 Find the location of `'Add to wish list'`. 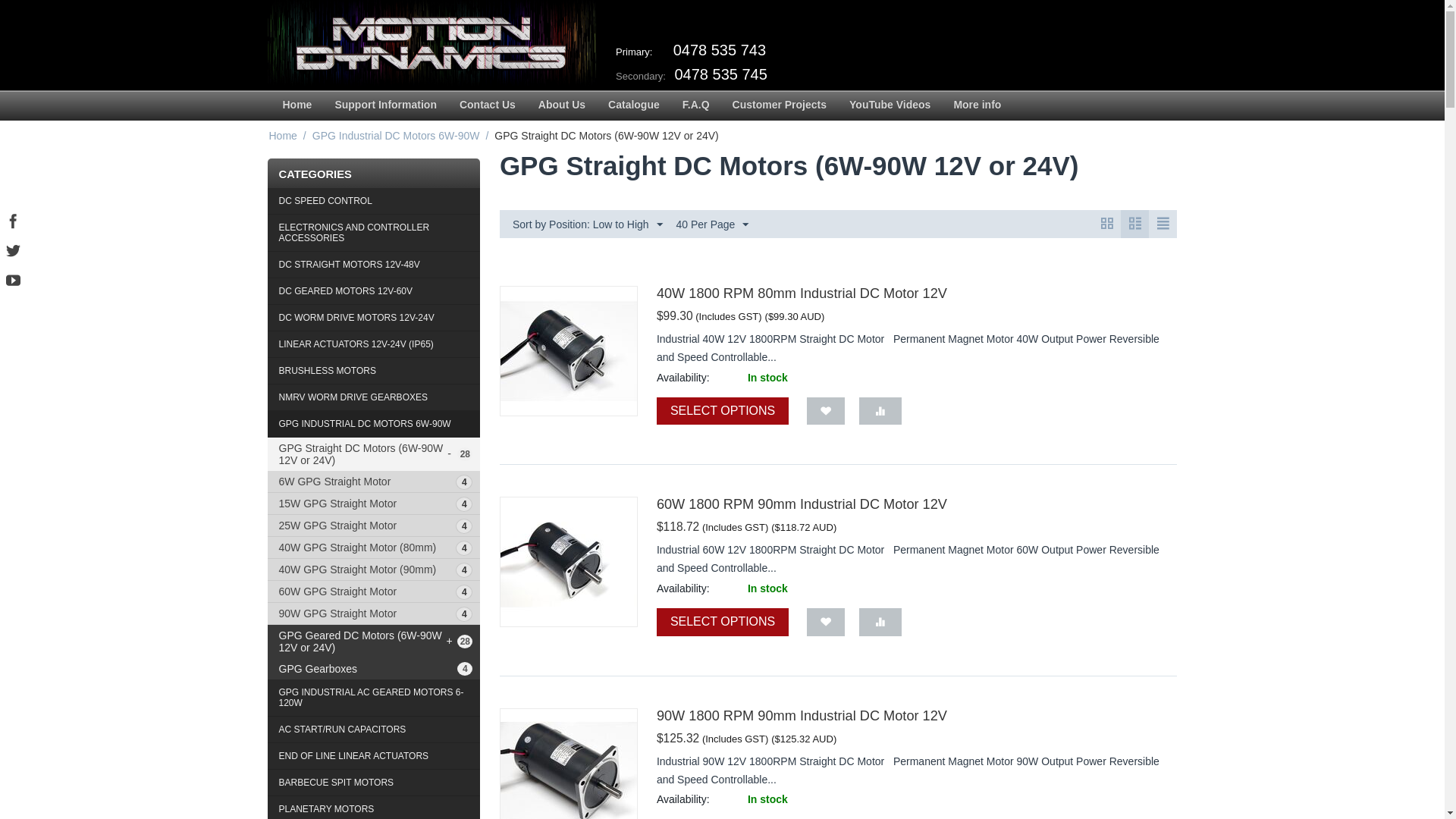

'Add to wish list' is located at coordinates (825, 622).